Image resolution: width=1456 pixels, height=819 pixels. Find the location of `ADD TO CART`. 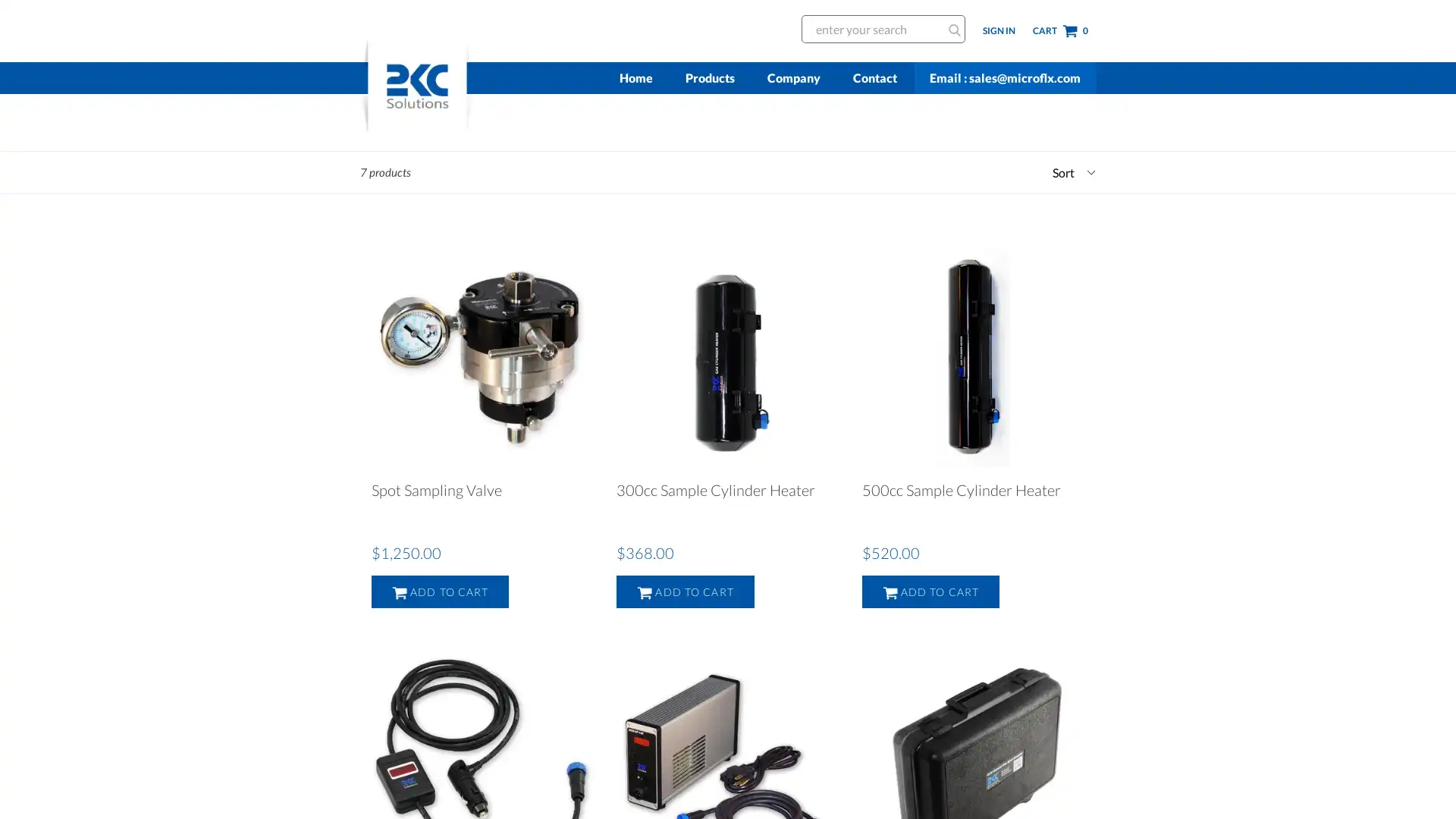

ADD TO CART is located at coordinates (684, 591).